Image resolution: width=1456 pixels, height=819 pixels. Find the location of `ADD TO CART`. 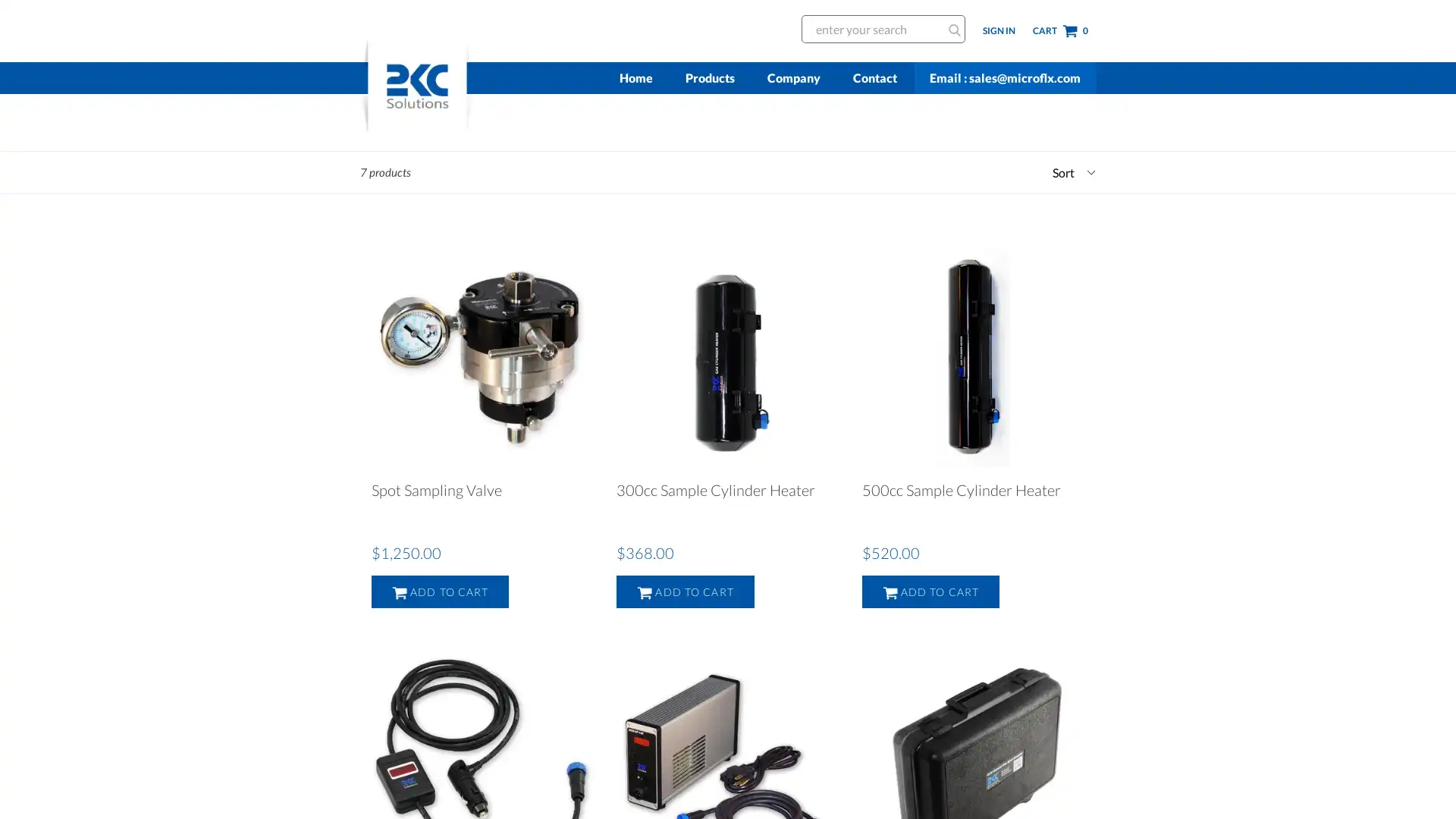

ADD TO CART is located at coordinates (684, 591).